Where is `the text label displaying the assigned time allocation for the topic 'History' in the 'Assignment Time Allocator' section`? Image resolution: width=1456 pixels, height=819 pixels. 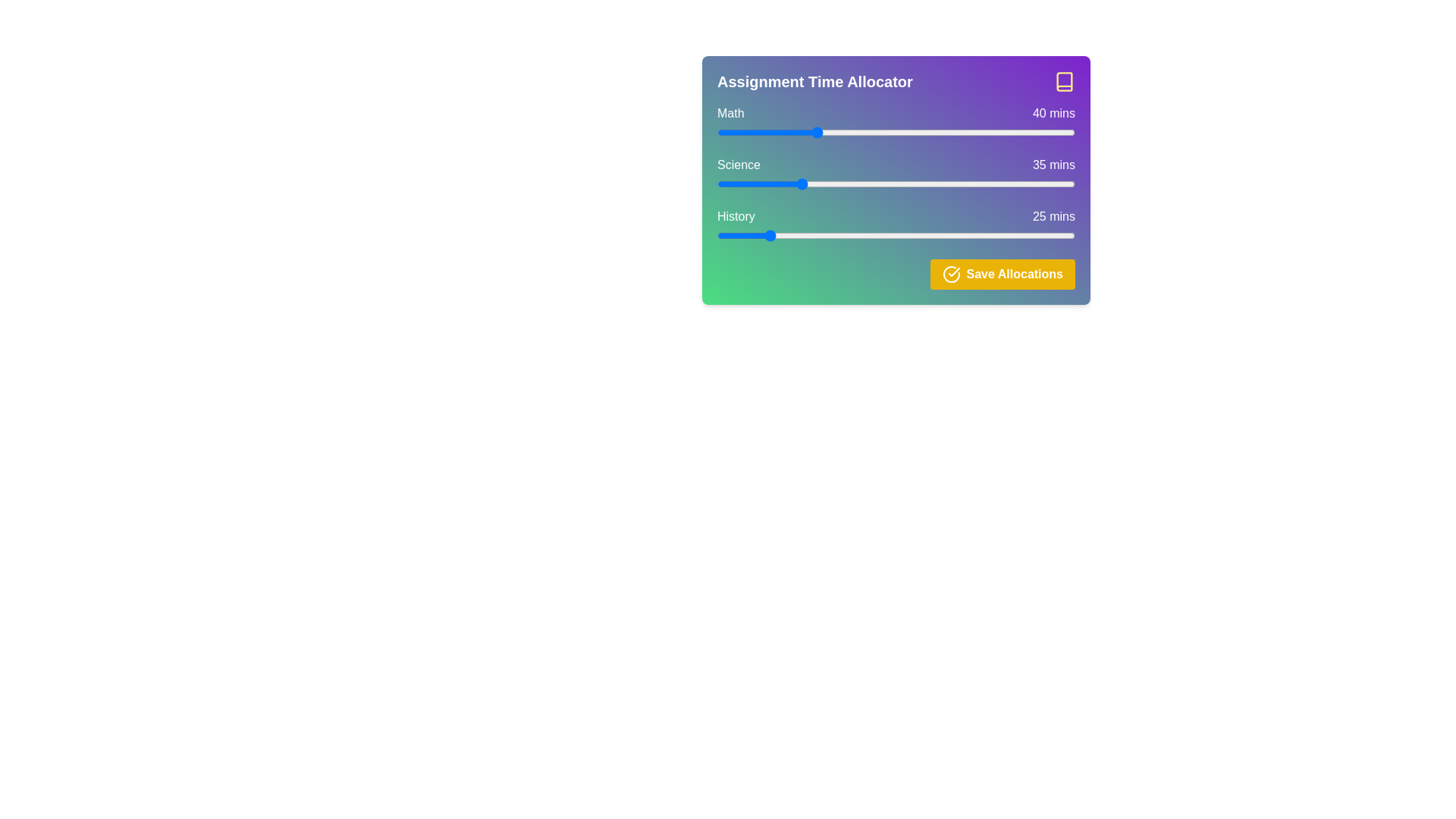 the text label displaying the assigned time allocation for the topic 'History' in the 'Assignment Time Allocator' section is located at coordinates (1053, 216).